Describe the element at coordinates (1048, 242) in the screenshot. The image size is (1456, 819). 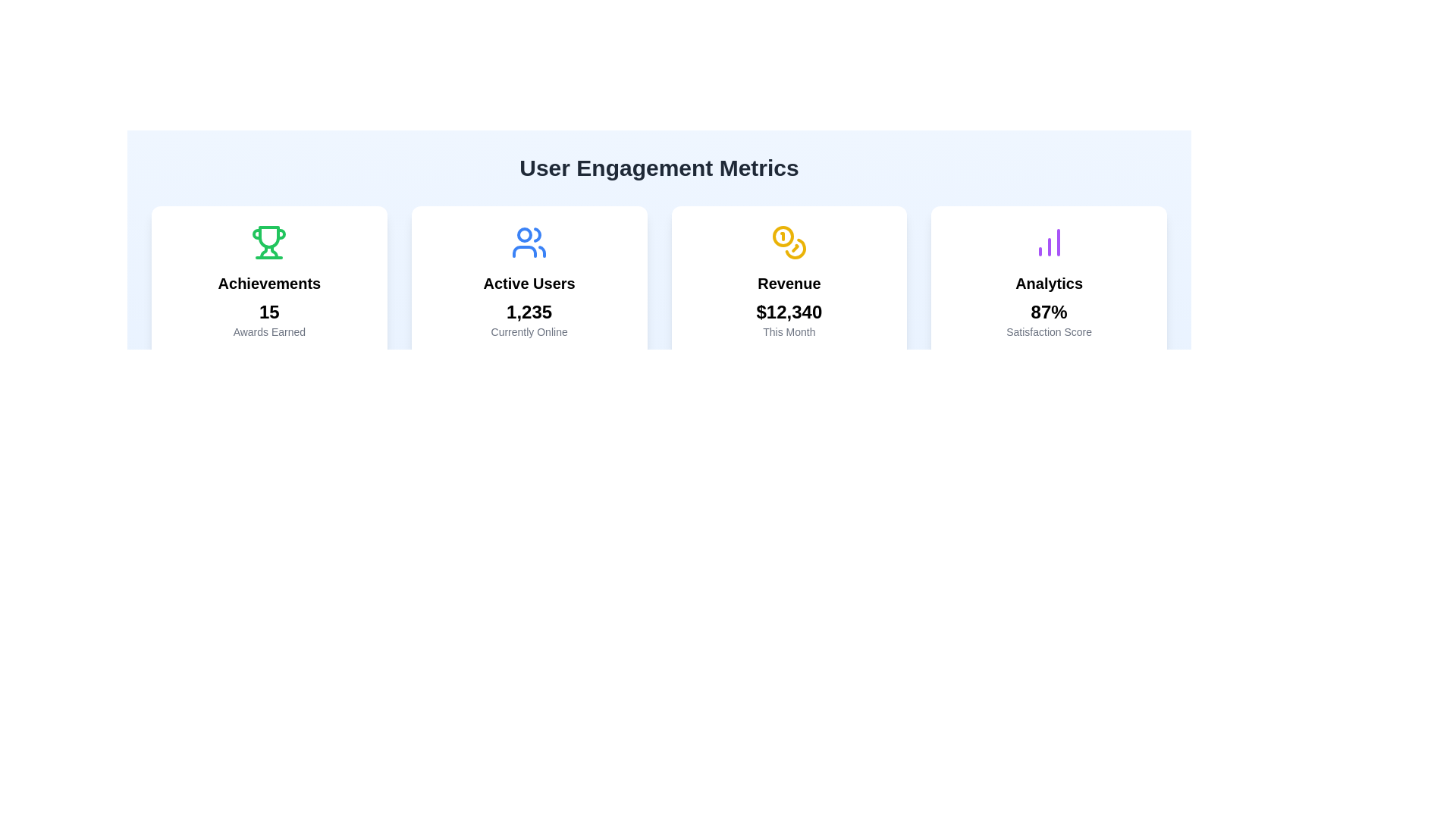
I see `the stylized purple column chart icon located at the top center of the 'Analytics' card, which is the fourth card in the row, just above the text 'Analytics' and '87%'` at that location.